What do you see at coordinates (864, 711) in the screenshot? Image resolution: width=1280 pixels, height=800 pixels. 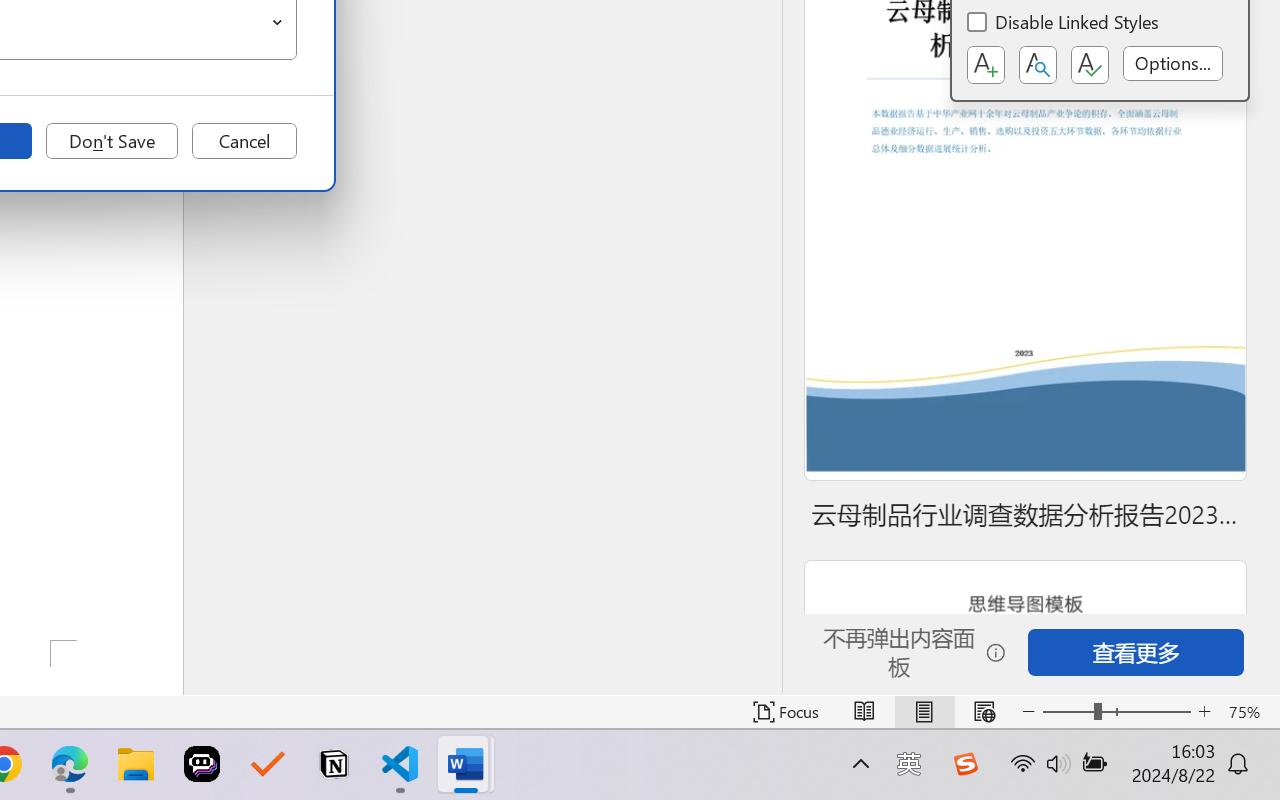 I see `'Read Mode'` at bounding box center [864, 711].